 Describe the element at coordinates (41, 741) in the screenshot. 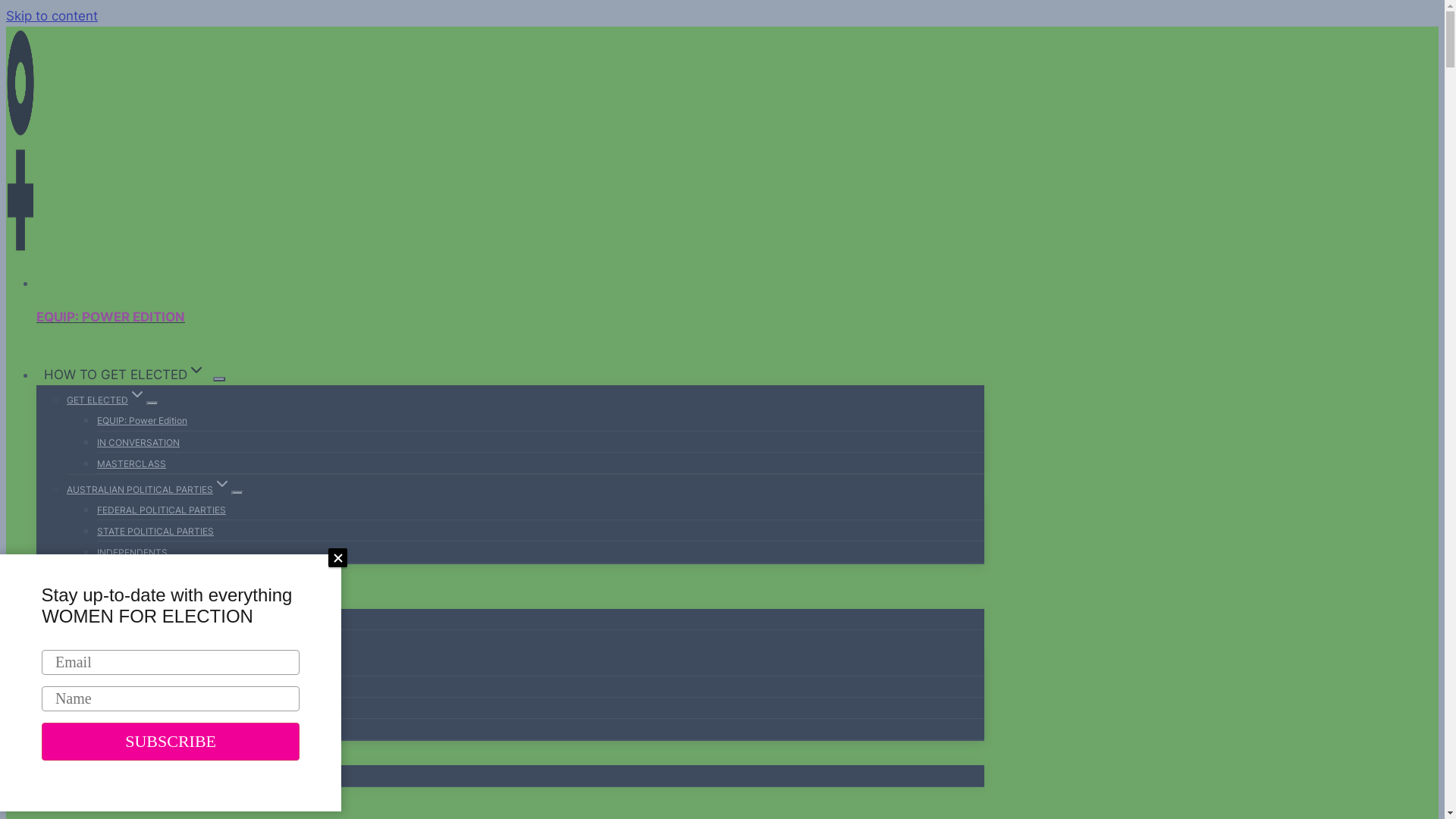

I see `'SUBSCRIBE'` at that location.